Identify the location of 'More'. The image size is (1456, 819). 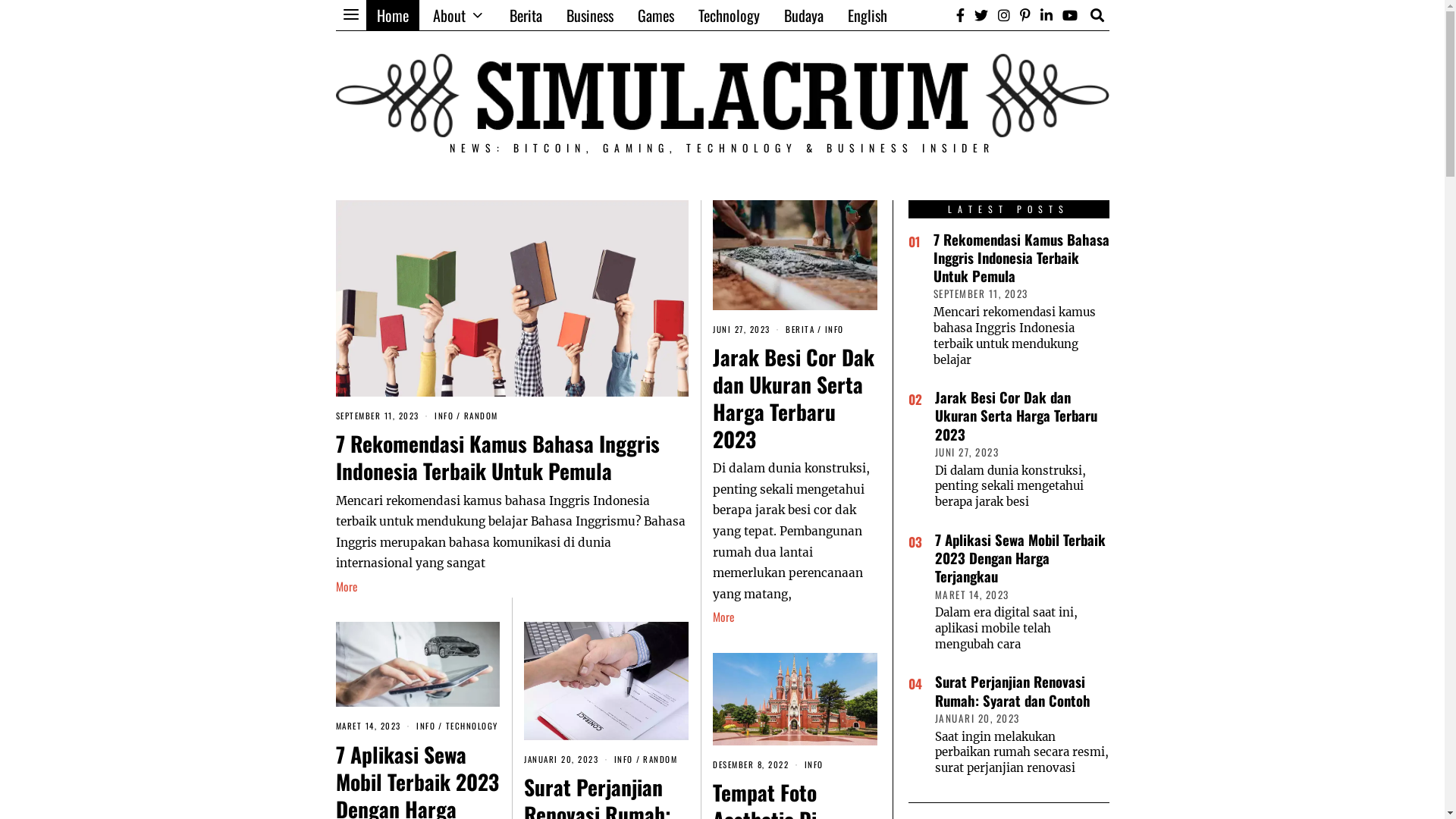
(345, 586).